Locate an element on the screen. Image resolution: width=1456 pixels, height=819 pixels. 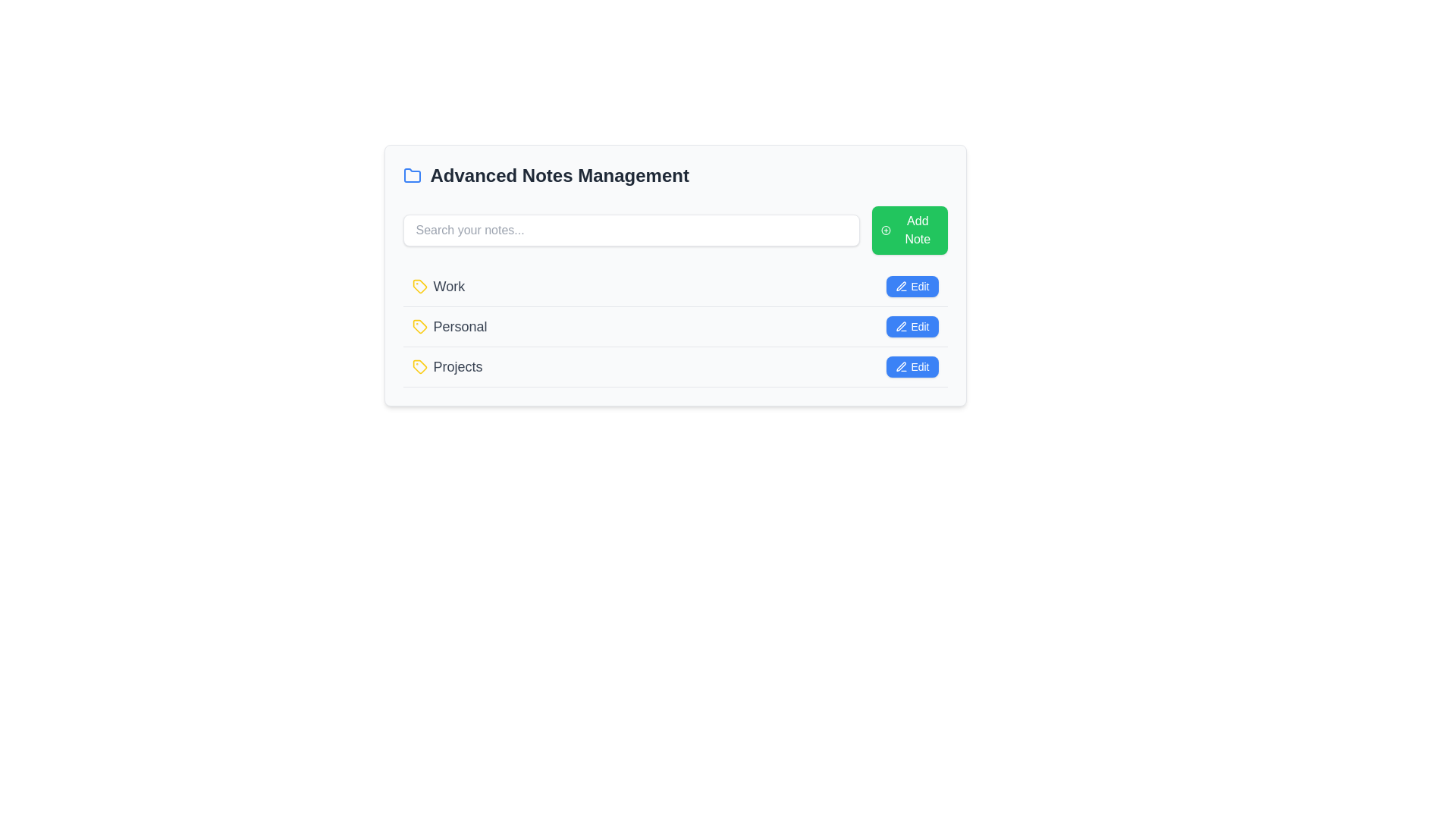
the small vector graphic icon resembling a pen, which is positioned to the right of the 'Personal' list item, within a horizontal row of icons is located at coordinates (902, 325).